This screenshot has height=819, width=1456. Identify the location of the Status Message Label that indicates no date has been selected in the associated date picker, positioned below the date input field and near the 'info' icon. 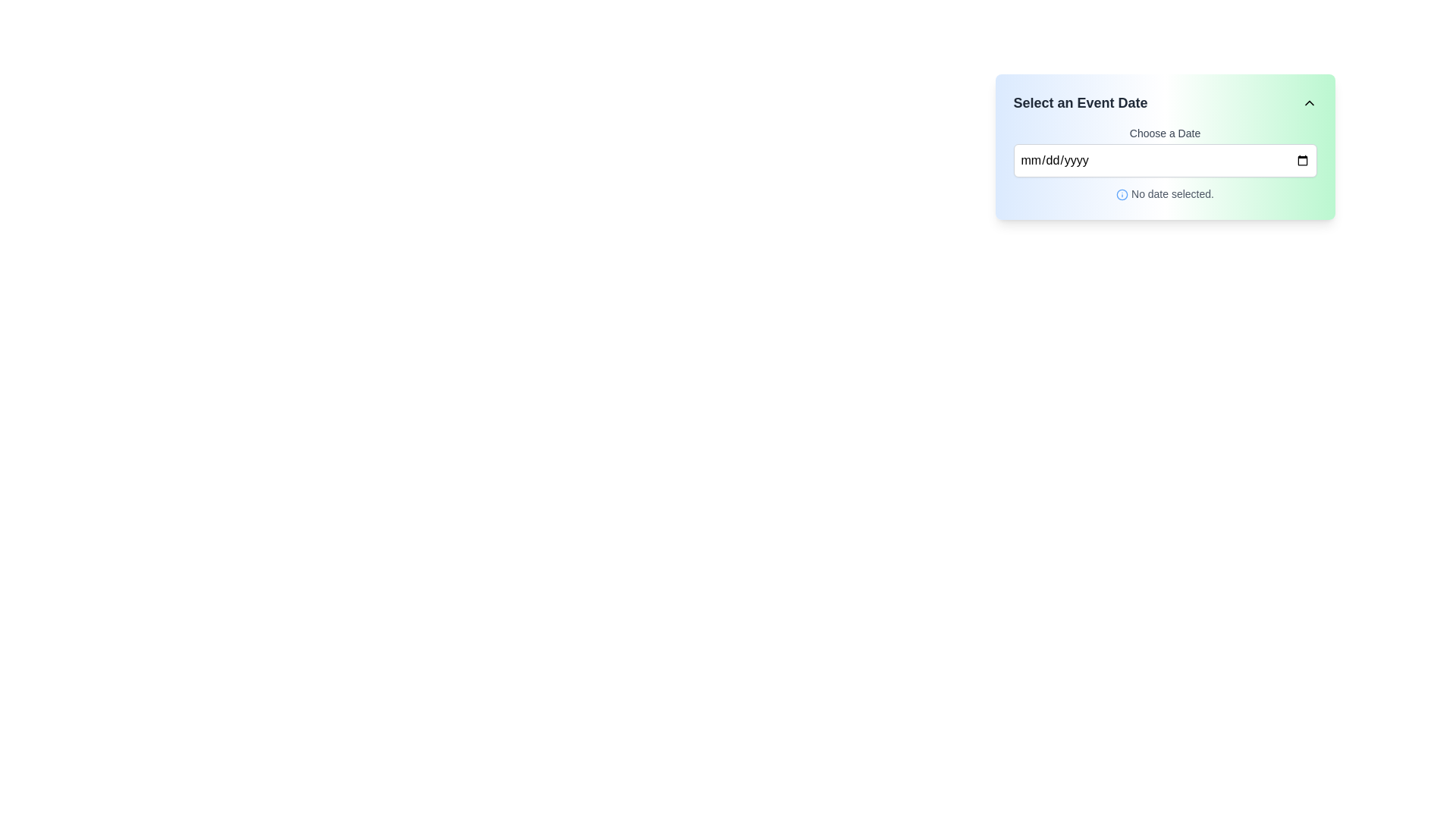
(1172, 193).